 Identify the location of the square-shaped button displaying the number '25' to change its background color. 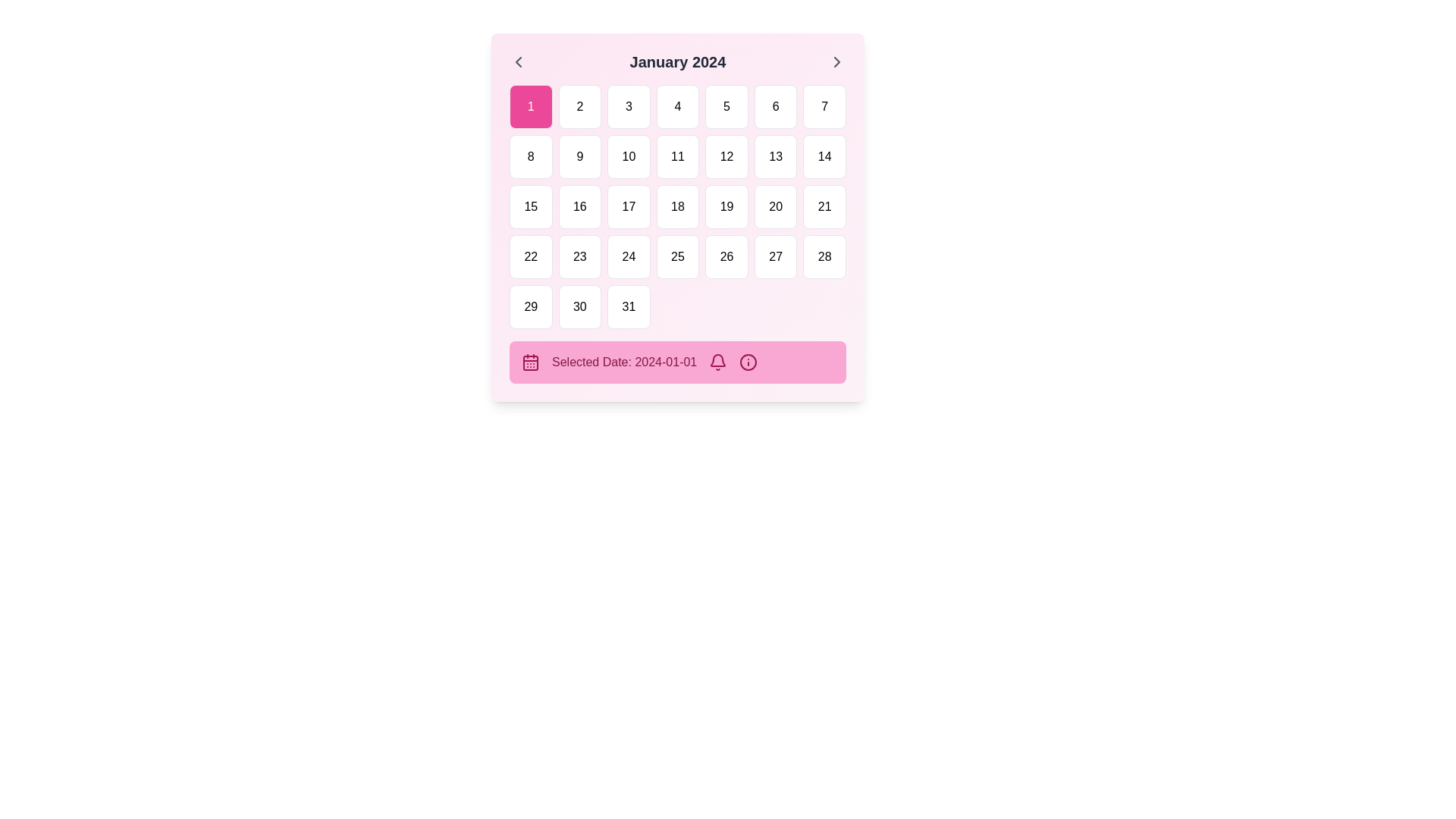
(676, 256).